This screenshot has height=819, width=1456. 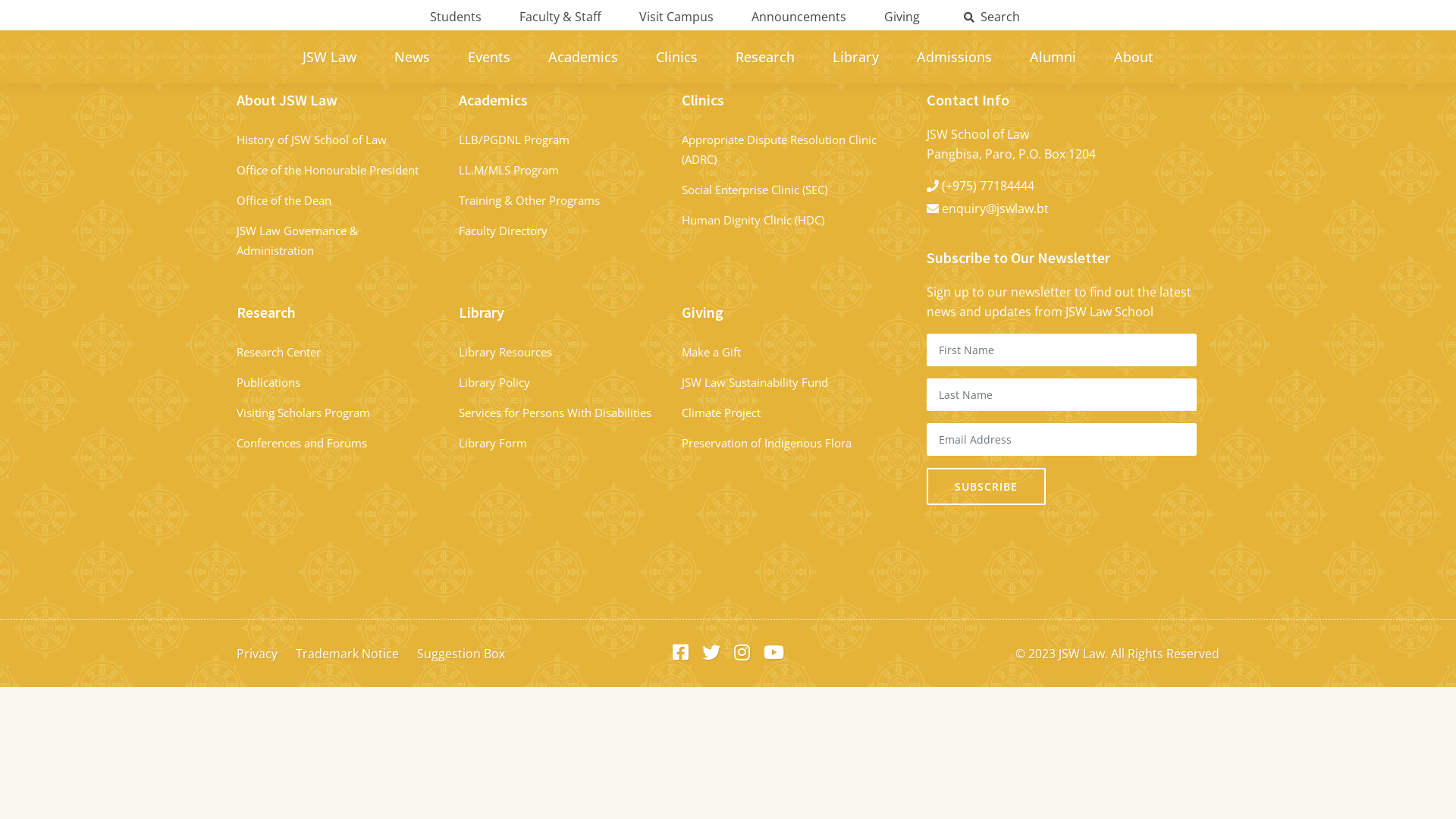 What do you see at coordinates (460, 651) in the screenshot?
I see `'Suggestion Box'` at bounding box center [460, 651].